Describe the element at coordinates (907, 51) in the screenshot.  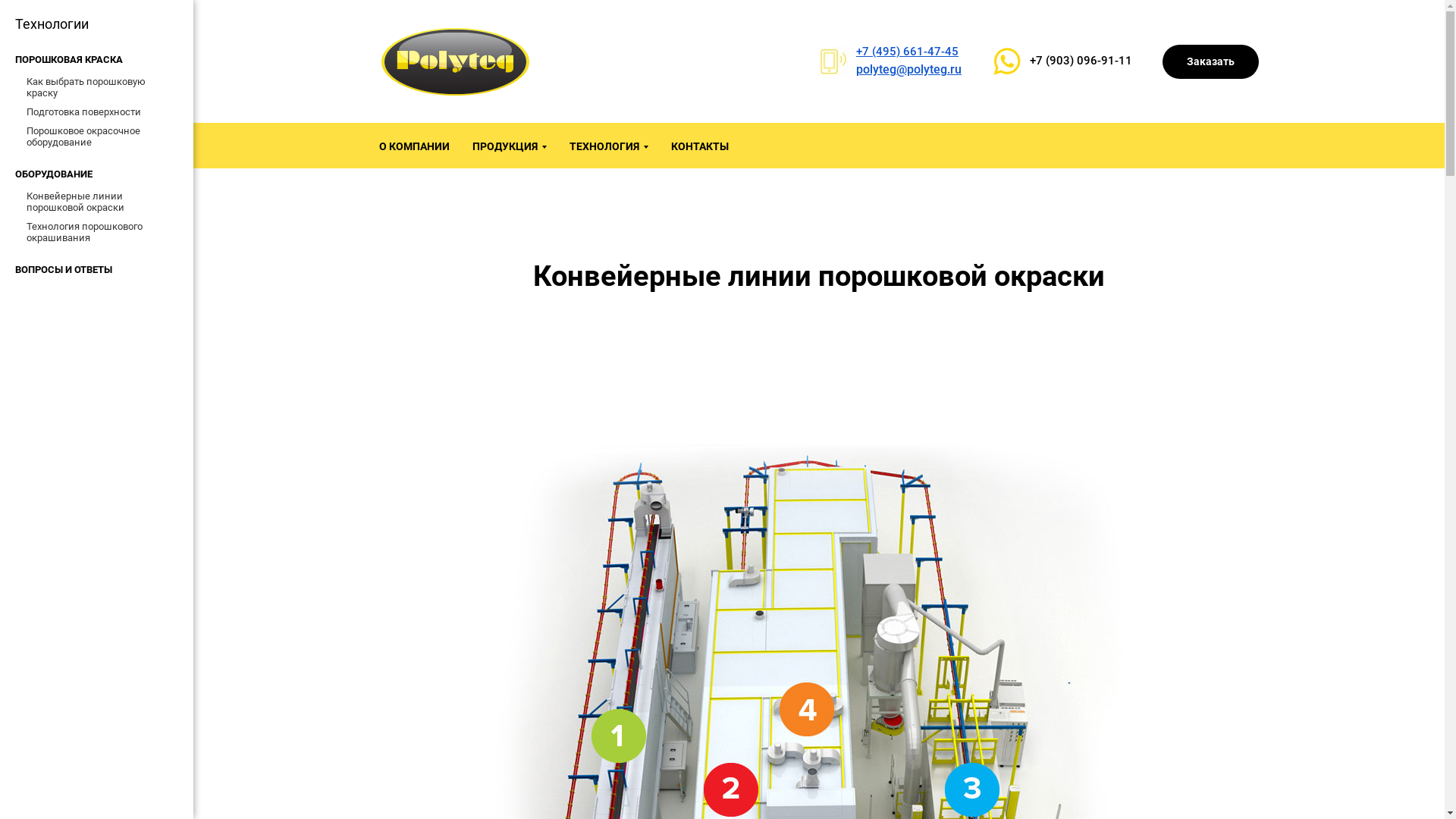
I see `'+7 (495) 661-47-45'` at that location.